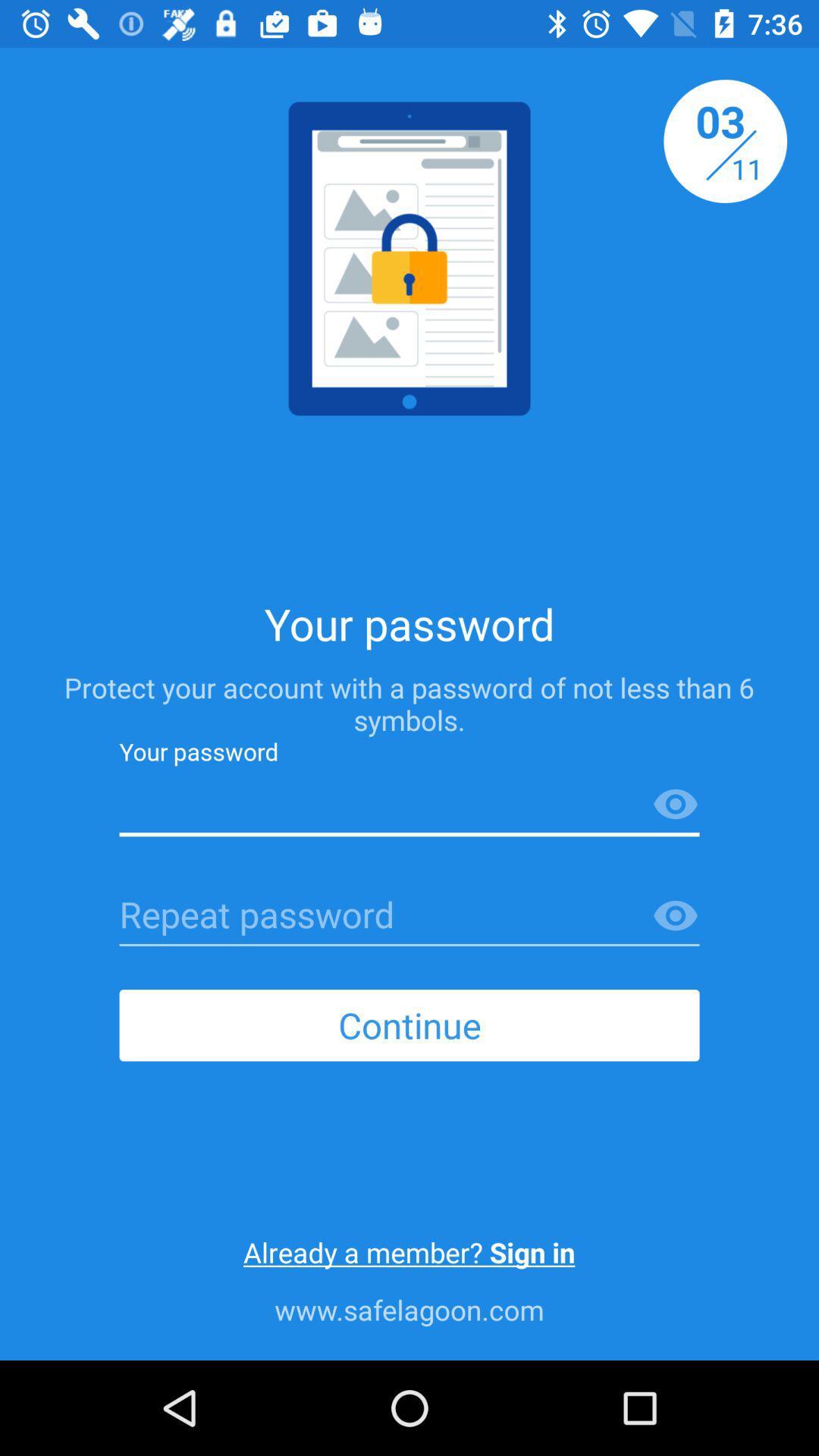 The width and height of the screenshot is (819, 1456). Describe the element at coordinates (675, 915) in the screenshot. I see `the visibility icon` at that location.